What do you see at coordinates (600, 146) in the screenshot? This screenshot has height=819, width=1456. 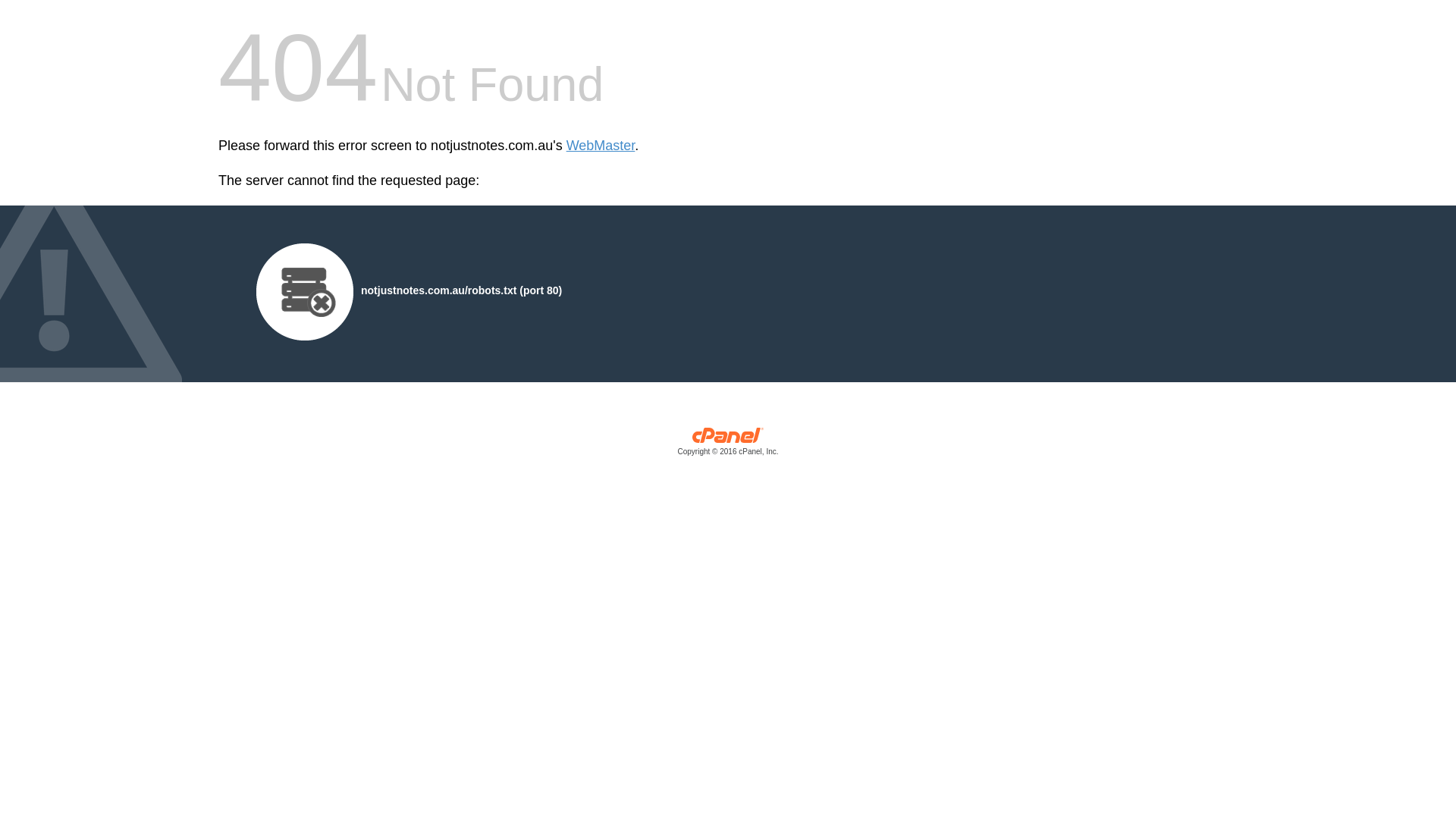 I see `'WebMaster'` at bounding box center [600, 146].